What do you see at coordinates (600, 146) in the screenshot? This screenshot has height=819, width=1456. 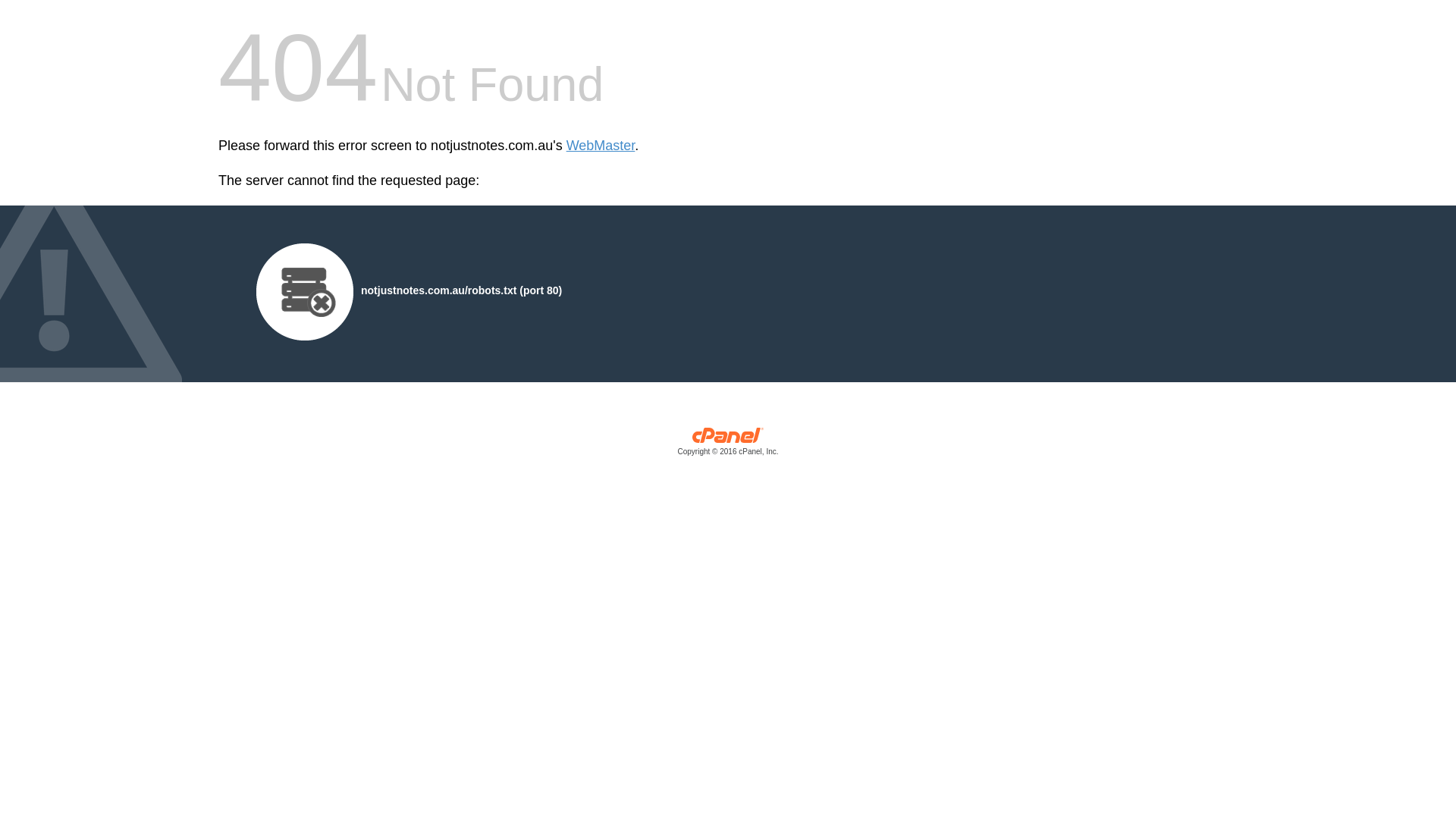 I see `'WebMaster'` at bounding box center [600, 146].